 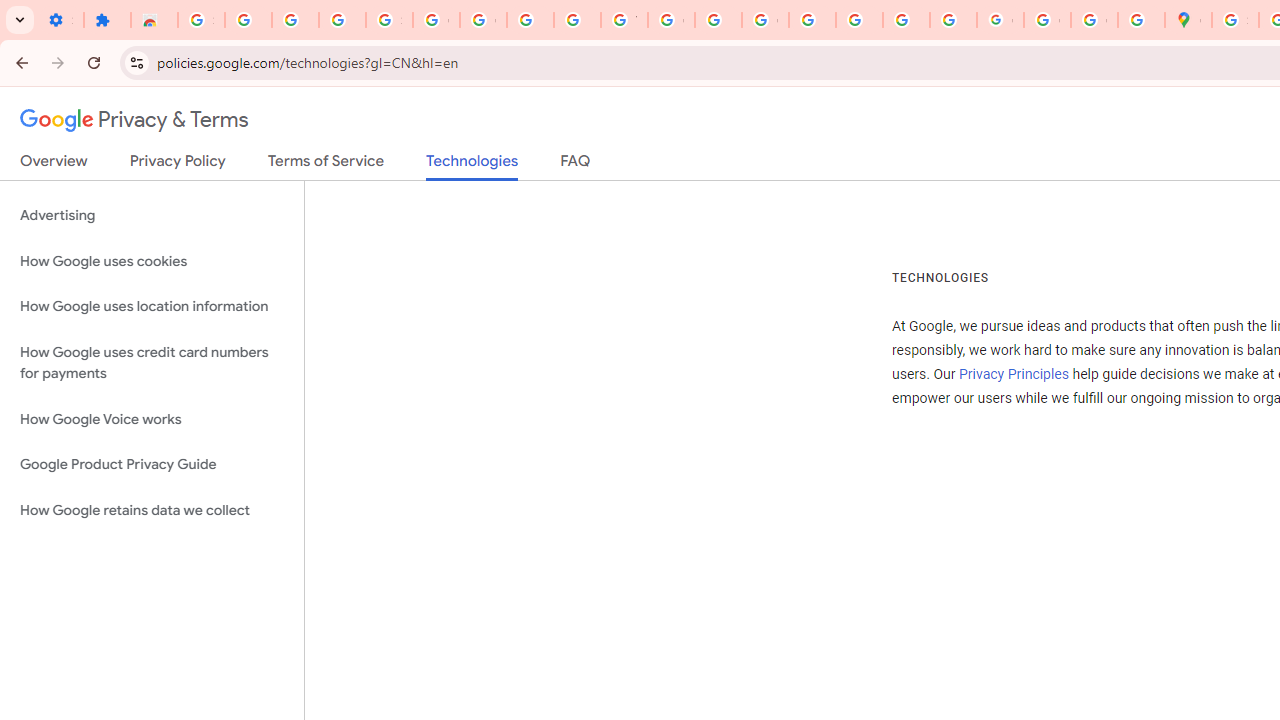 I want to click on 'Reviews: Helix Fruit Jump Arcade Game', so click(x=153, y=20).